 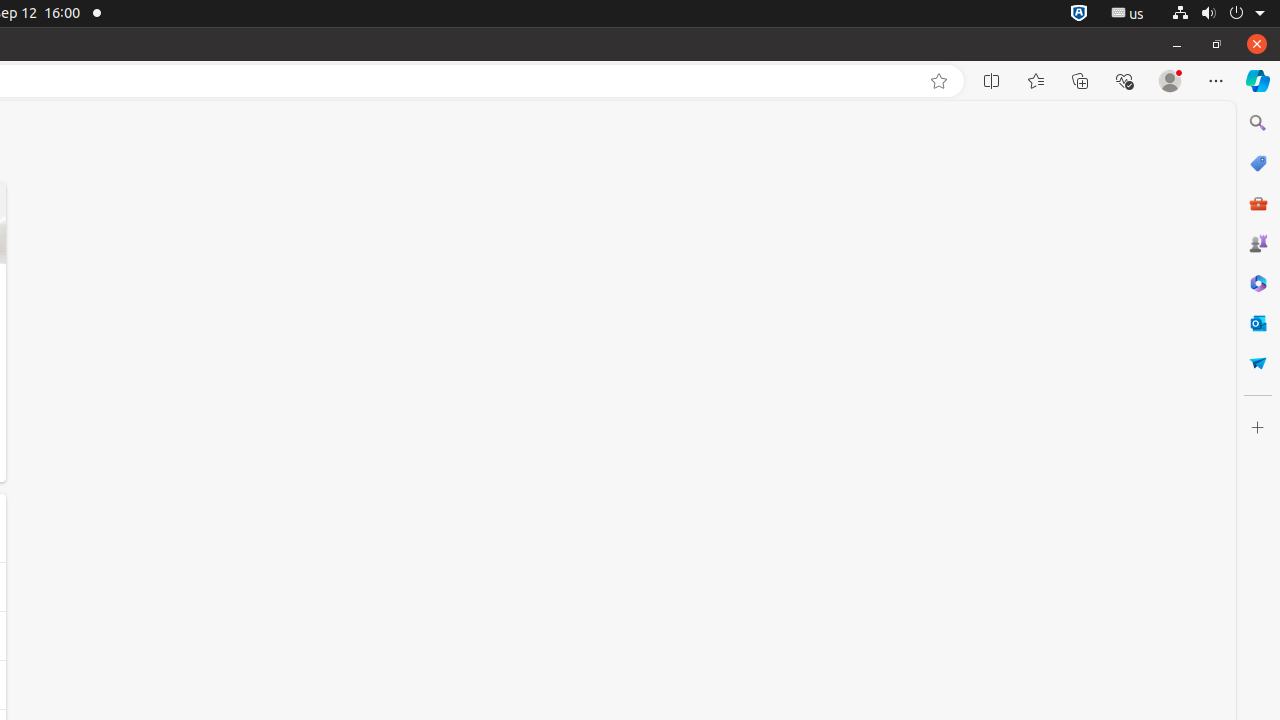 What do you see at coordinates (1256, 321) in the screenshot?
I see `'Outlook'` at bounding box center [1256, 321].